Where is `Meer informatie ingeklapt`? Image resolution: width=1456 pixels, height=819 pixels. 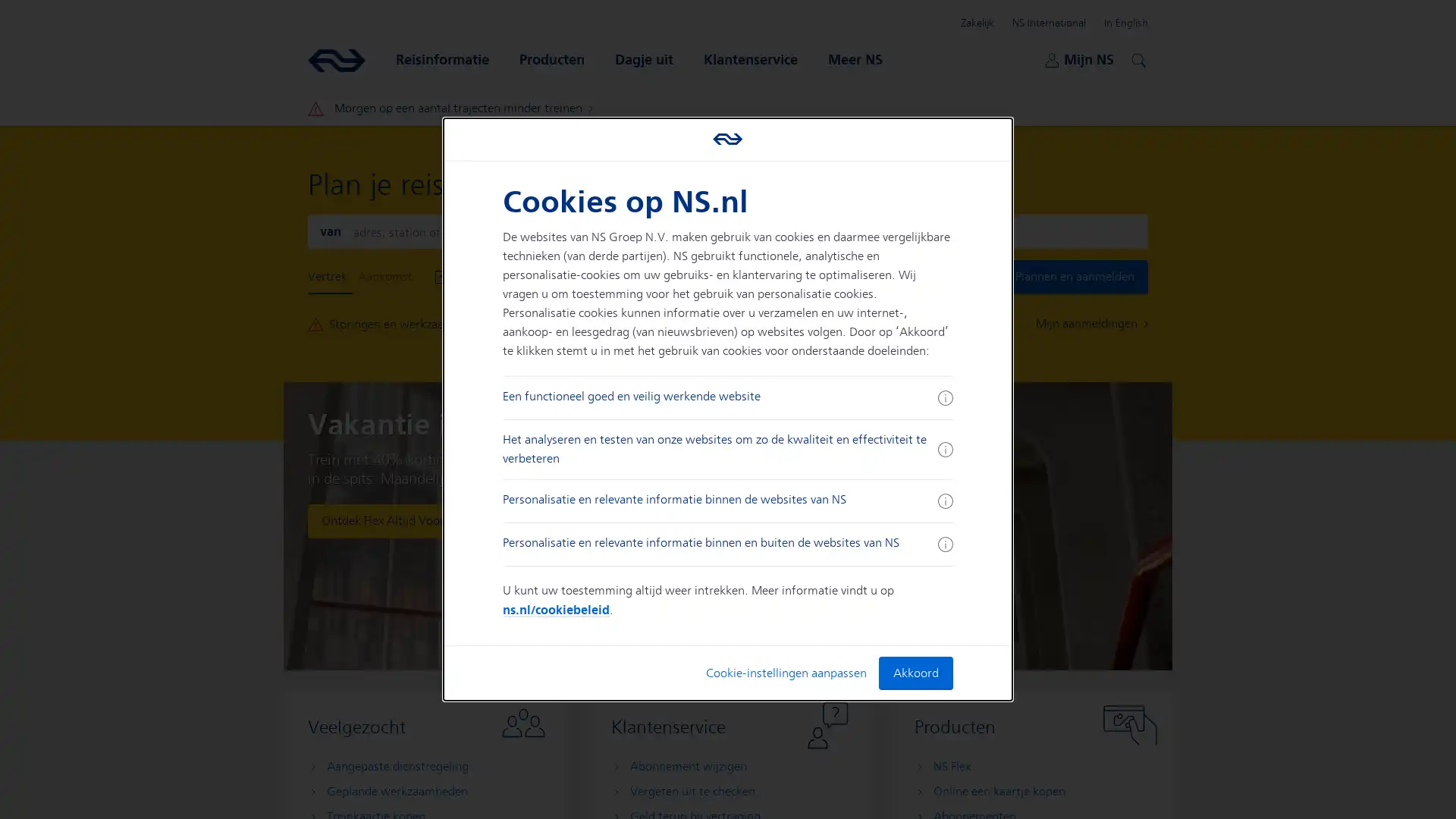 Meer informatie ingeklapt is located at coordinates (944, 543).